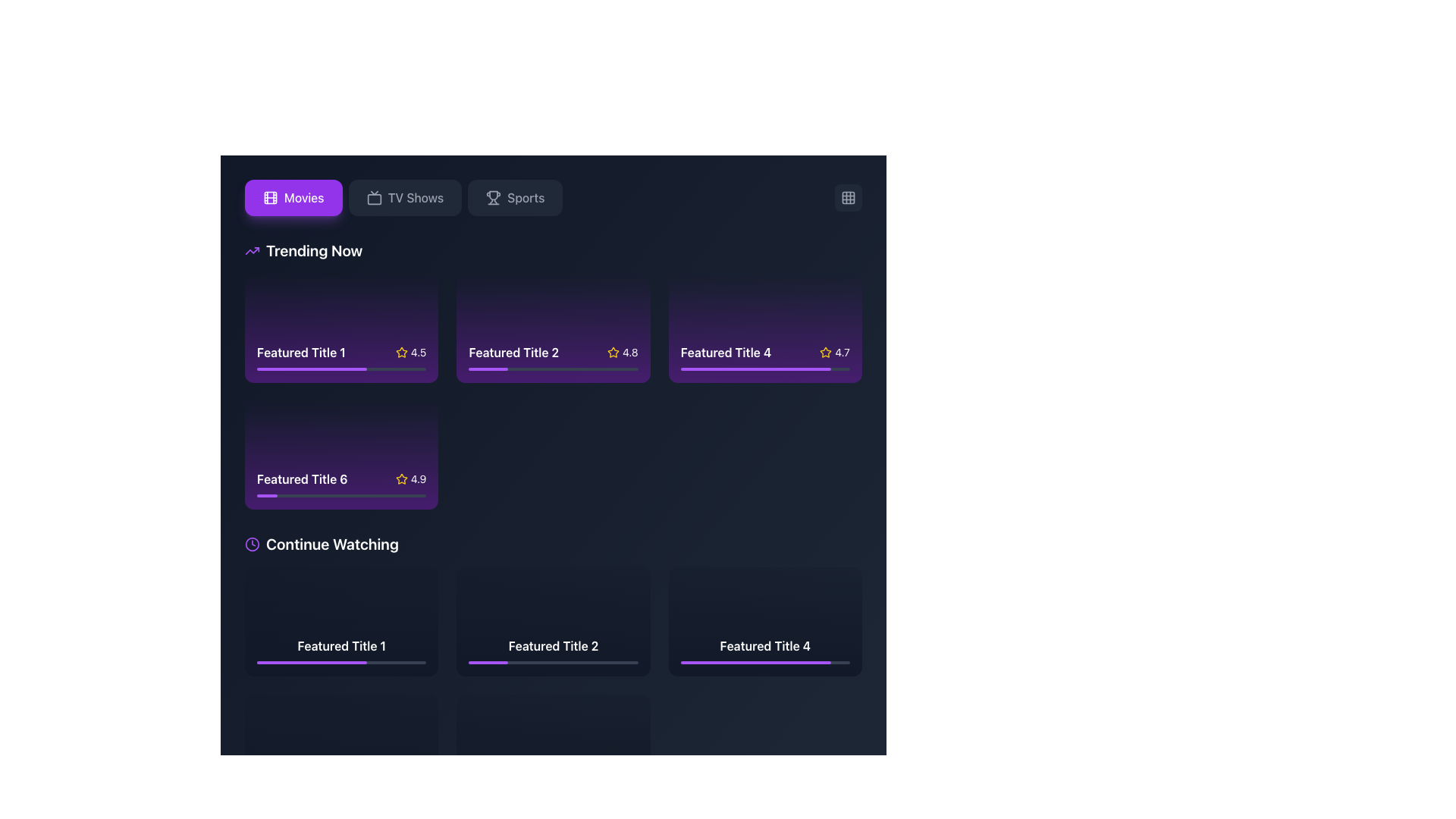  Describe the element at coordinates (765, 327) in the screenshot. I see `the interactive card titled 'Featured Title 4' with a dark purple gradient background` at that location.